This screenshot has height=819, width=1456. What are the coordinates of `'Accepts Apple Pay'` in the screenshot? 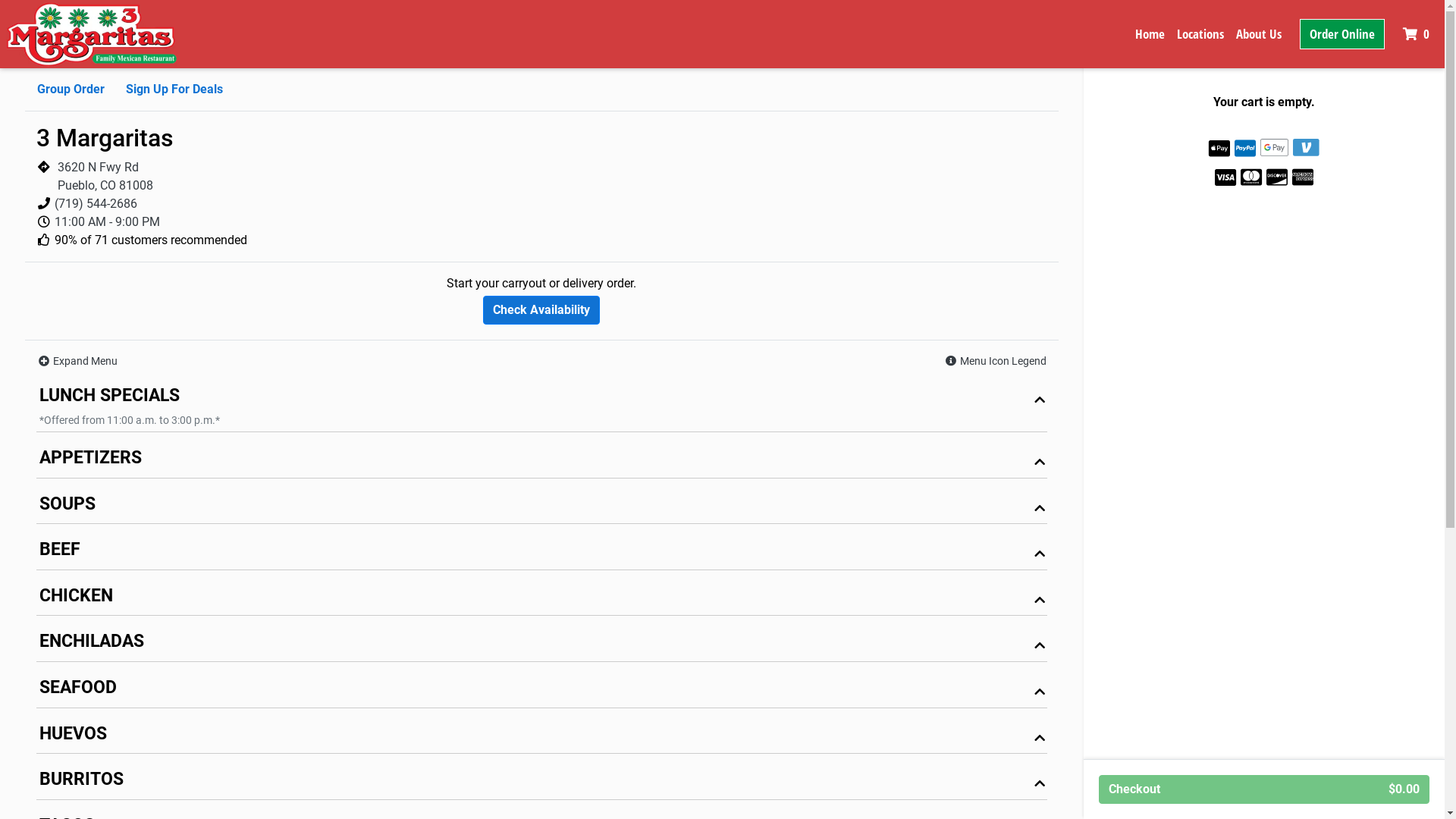 It's located at (1219, 148).